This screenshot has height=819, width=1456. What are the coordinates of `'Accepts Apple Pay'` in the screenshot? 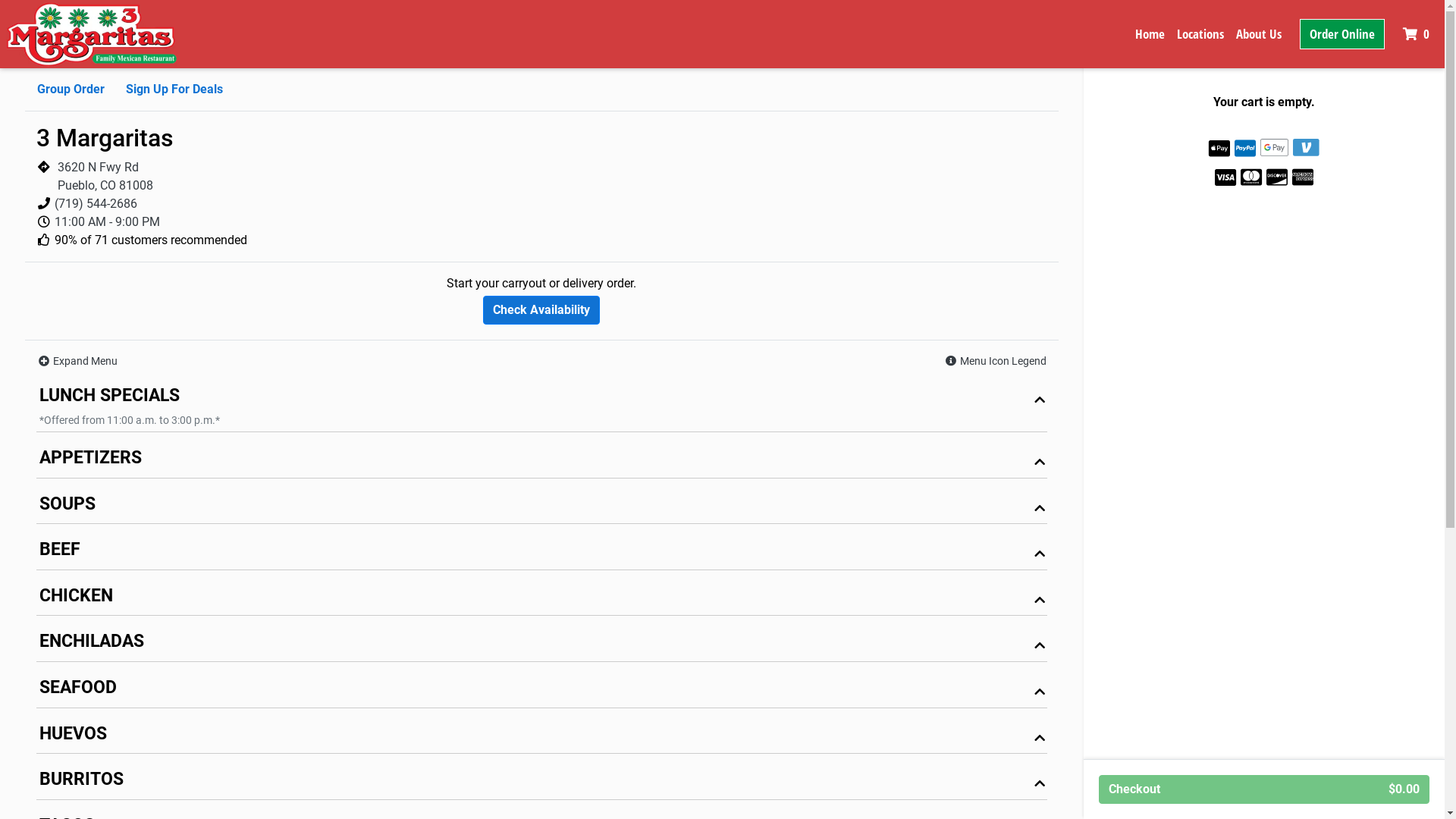 It's located at (1219, 148).